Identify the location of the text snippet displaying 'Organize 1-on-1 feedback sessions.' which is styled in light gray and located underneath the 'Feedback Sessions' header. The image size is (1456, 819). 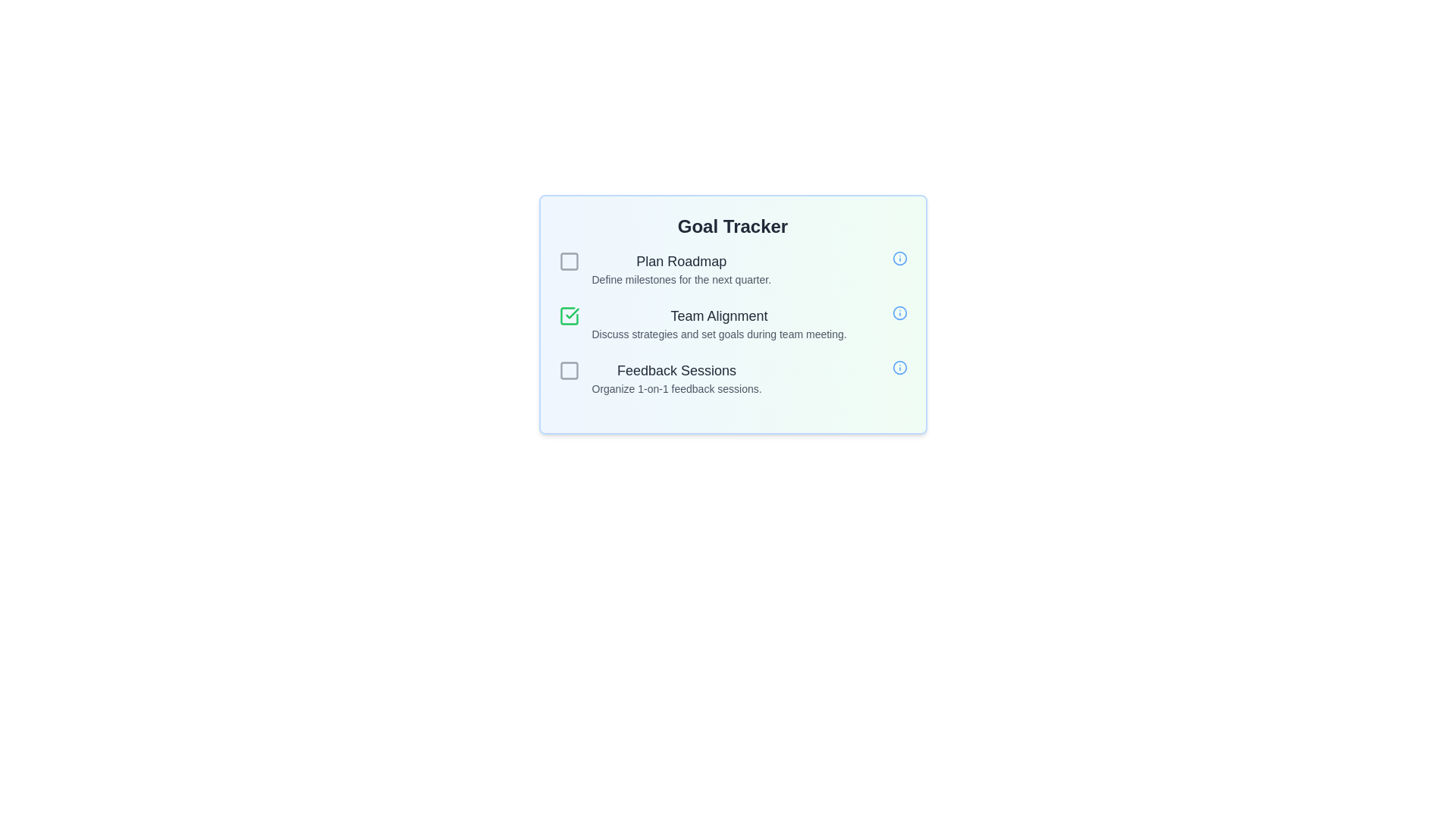
(676, 388).